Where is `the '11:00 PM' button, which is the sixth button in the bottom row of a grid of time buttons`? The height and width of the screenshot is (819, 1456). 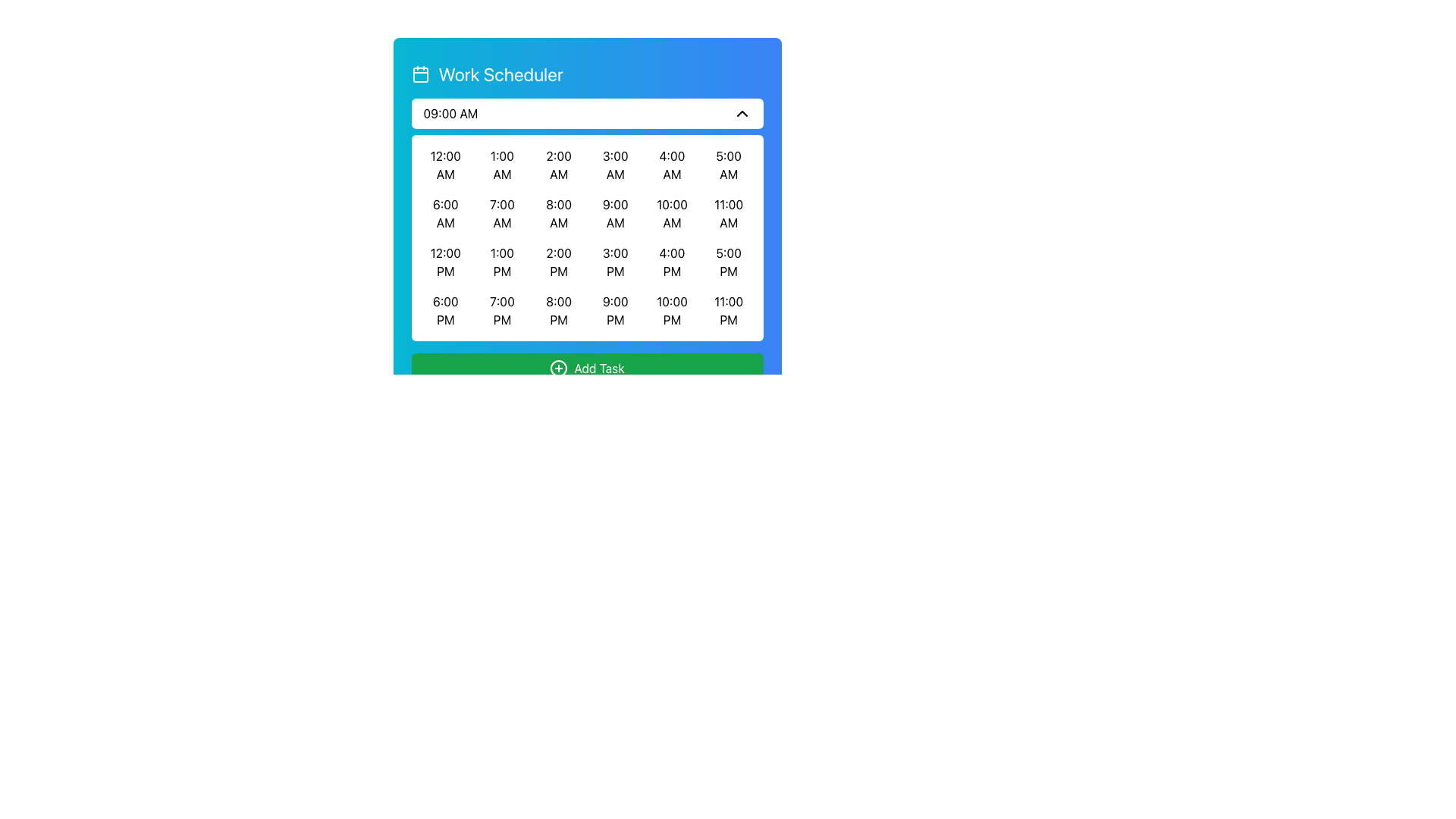
the '11:00 PM' button, which is the sixth button in the bottom row of a grid of time buttons is located at coordinates (729, 309).